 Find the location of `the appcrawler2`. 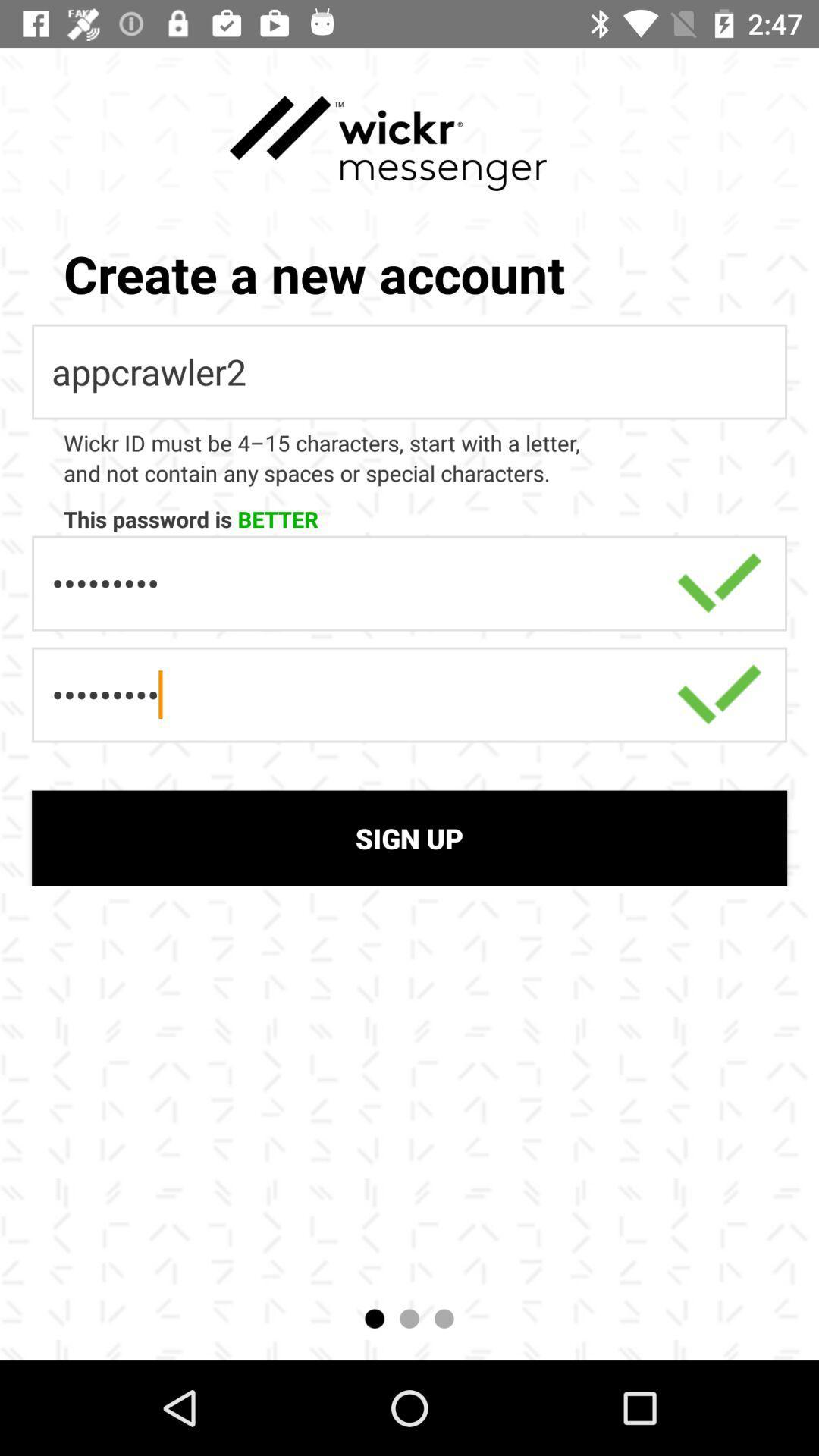

the appcrawler2 is located at coordinates (409, 372).